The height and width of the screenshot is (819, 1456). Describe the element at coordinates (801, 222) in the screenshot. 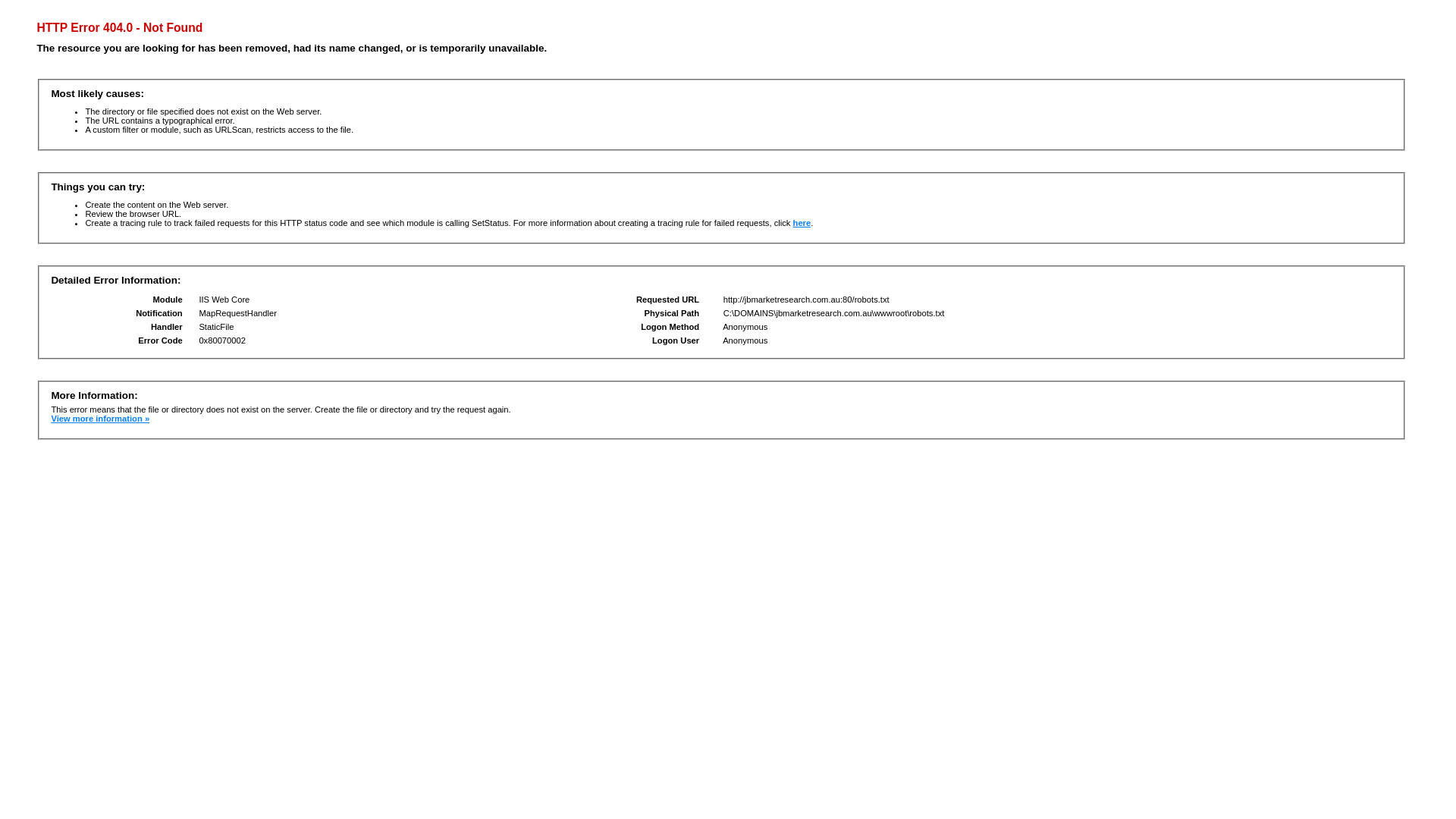

I see `'here'` at that location.